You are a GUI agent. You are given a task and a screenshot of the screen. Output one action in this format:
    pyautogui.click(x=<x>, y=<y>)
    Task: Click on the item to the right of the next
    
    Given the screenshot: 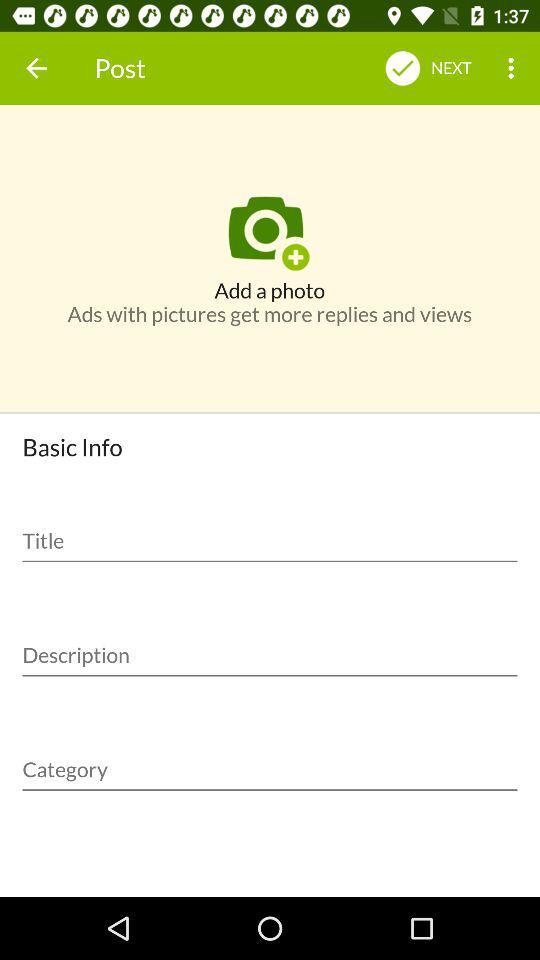 What is the action you would take?
    pyautogui.click(x=513, y=68)
    